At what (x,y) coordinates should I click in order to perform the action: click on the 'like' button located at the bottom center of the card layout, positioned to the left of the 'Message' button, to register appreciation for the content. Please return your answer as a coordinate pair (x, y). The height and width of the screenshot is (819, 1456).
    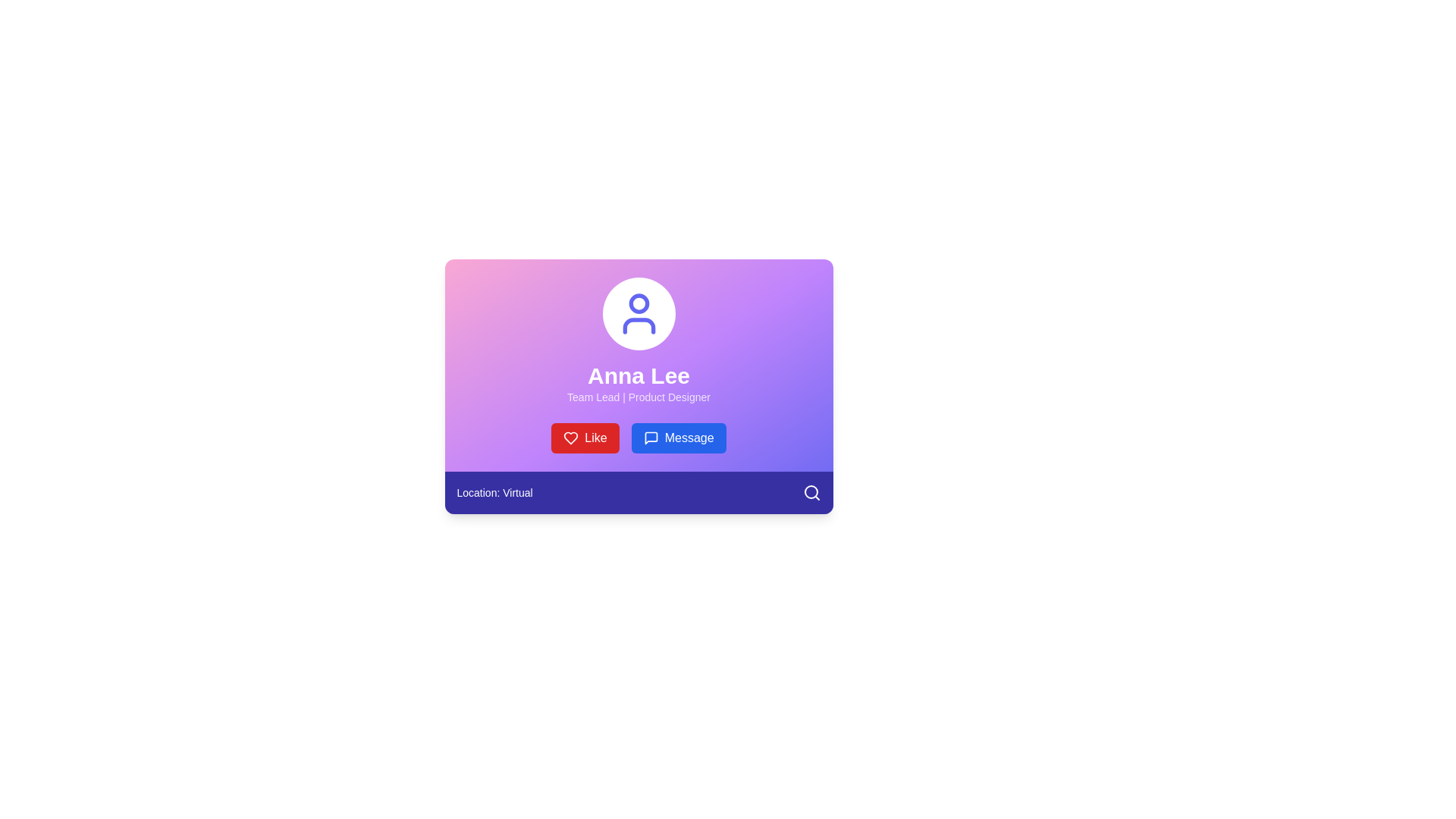
    Looking at the image, I should click on (585, 438).